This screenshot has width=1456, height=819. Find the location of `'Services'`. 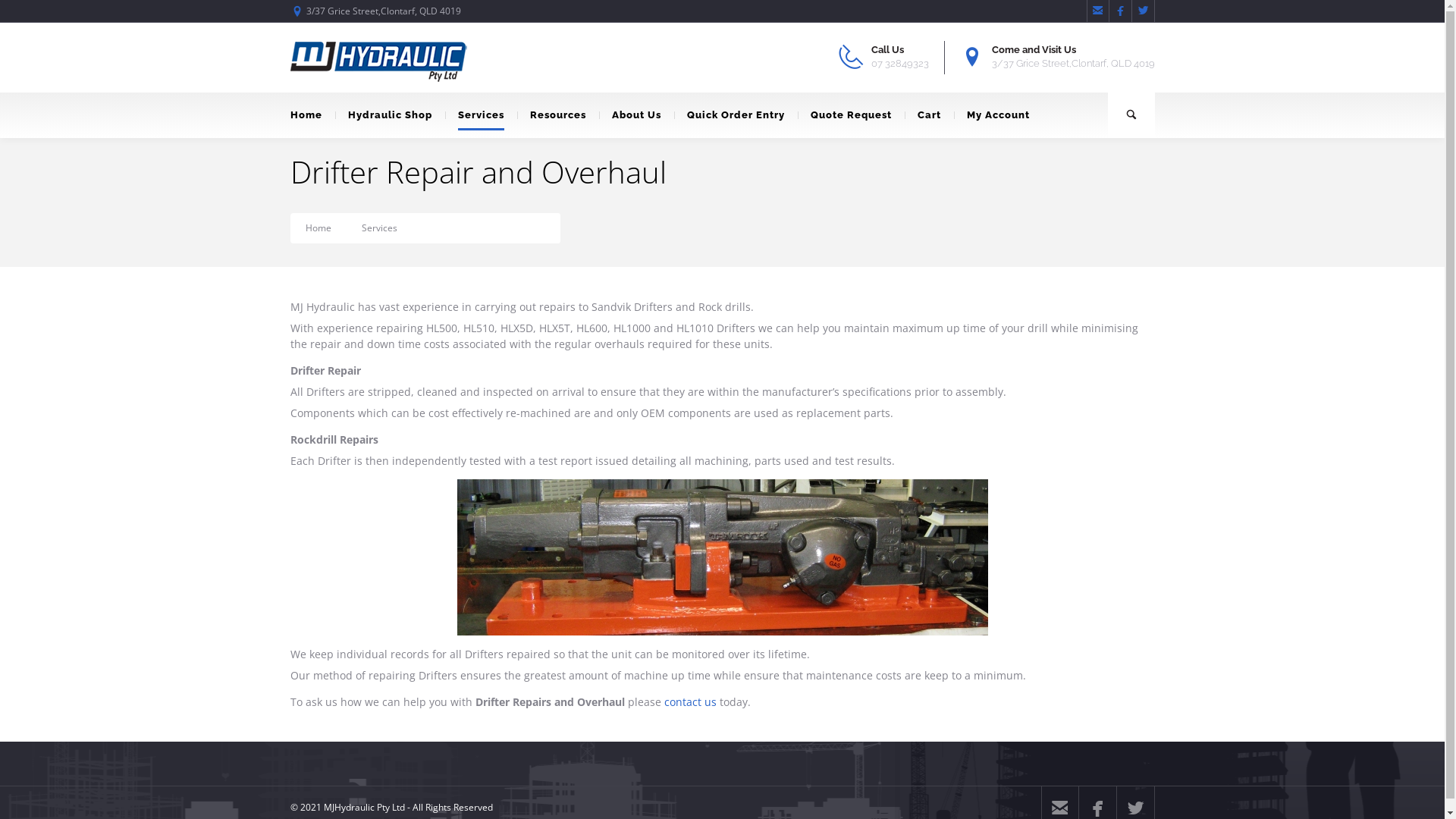

'Services' is located at coordinates (479, 114).